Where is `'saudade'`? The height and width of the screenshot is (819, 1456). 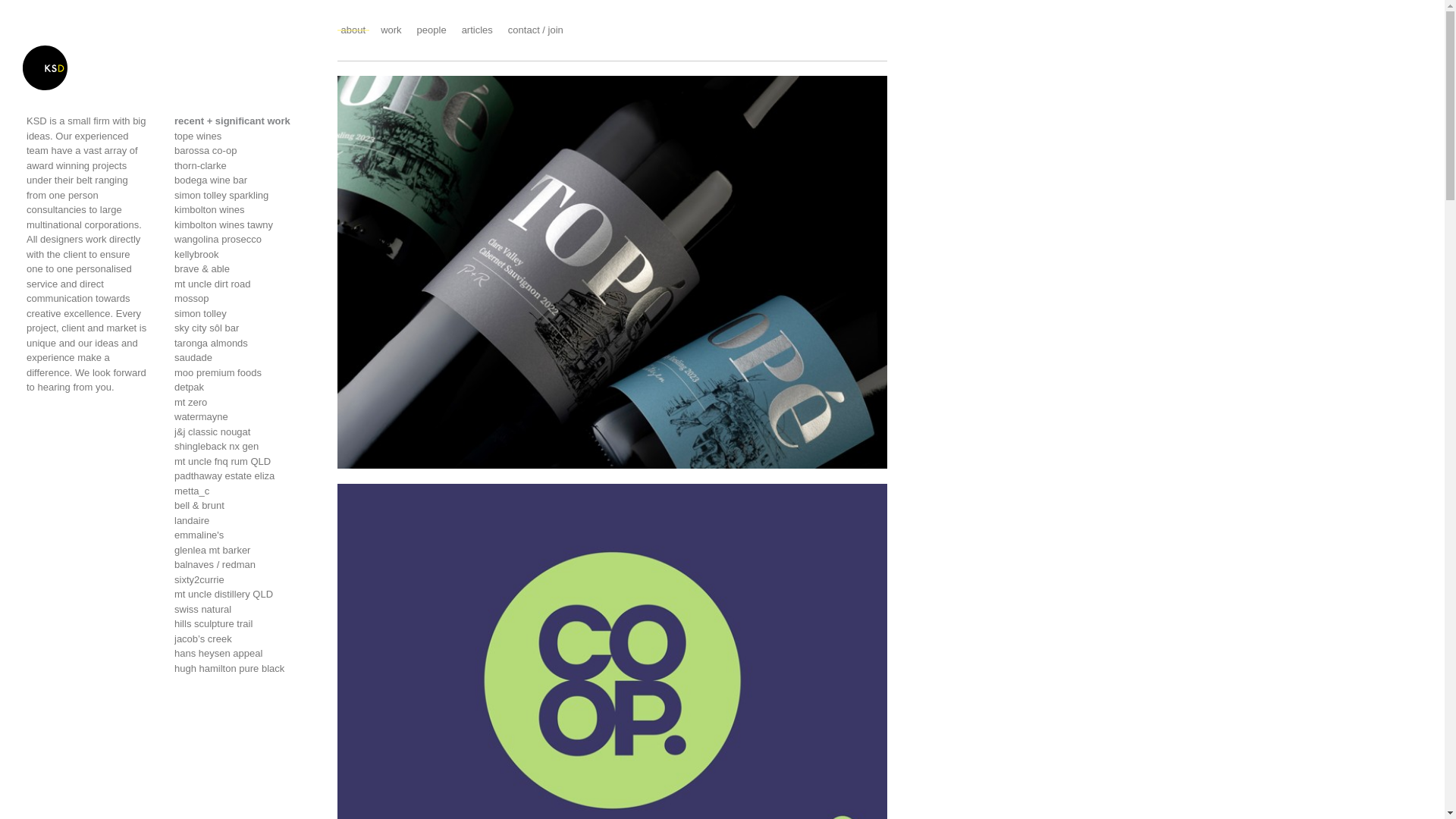
'saudade' is located at coordinates (243, 357).